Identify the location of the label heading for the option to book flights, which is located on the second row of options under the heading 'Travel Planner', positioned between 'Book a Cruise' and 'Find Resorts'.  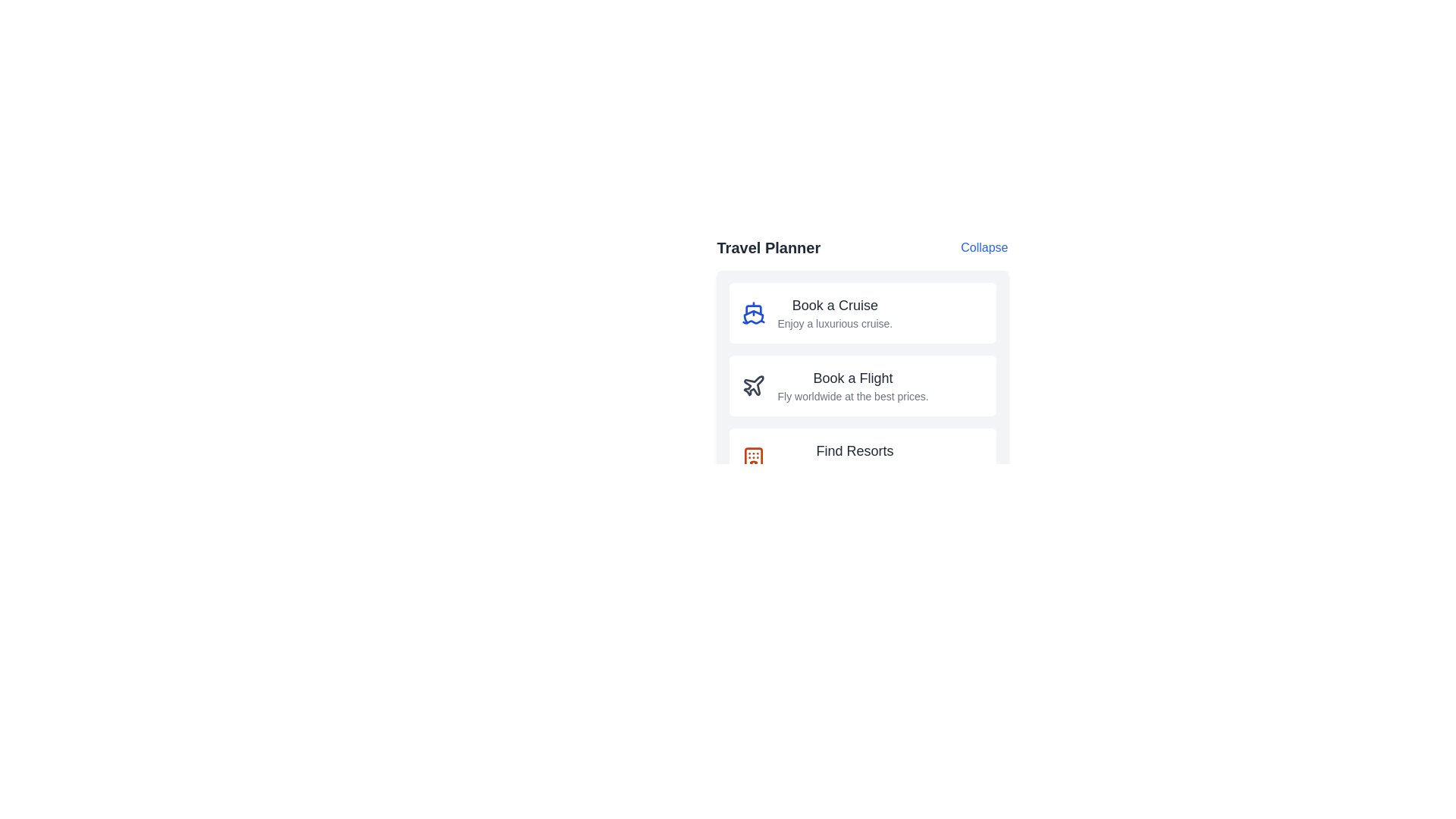
(853, 377).